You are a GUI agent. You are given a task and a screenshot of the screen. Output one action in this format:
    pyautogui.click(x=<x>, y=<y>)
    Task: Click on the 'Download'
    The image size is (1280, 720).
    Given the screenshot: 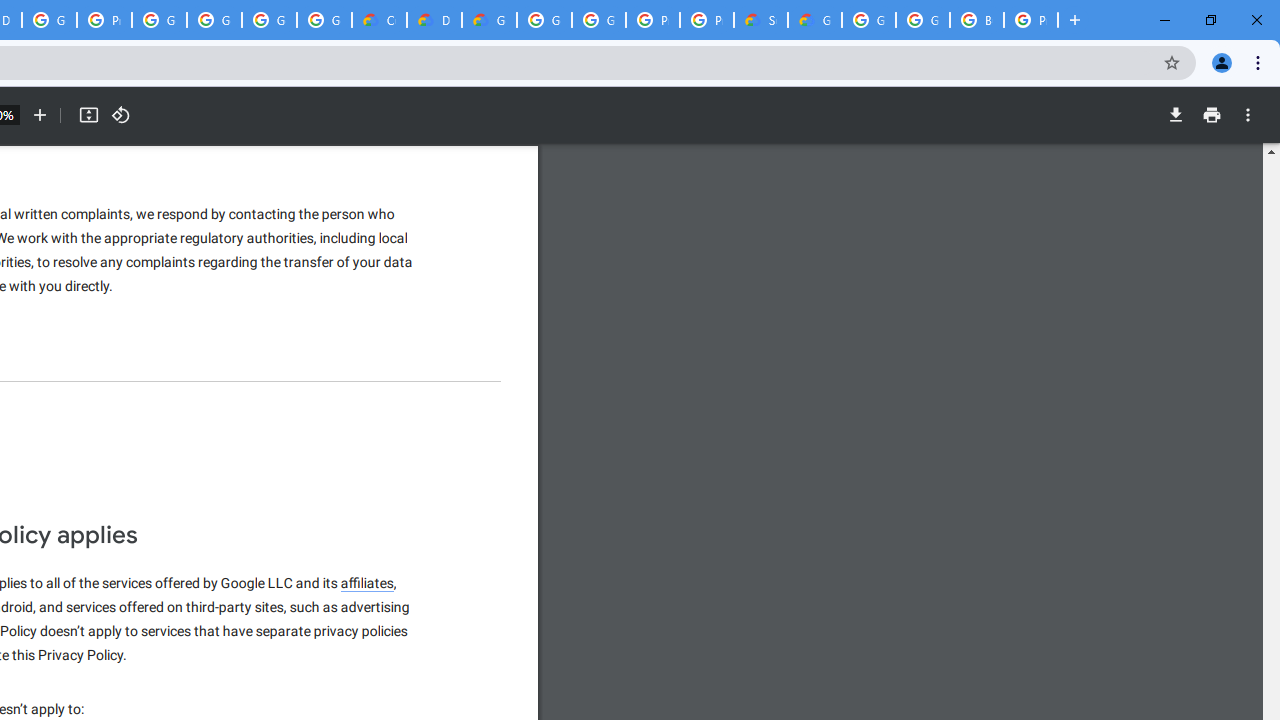 What is the action you would take?
    pyautogui.click(x=1175, y=115)
    